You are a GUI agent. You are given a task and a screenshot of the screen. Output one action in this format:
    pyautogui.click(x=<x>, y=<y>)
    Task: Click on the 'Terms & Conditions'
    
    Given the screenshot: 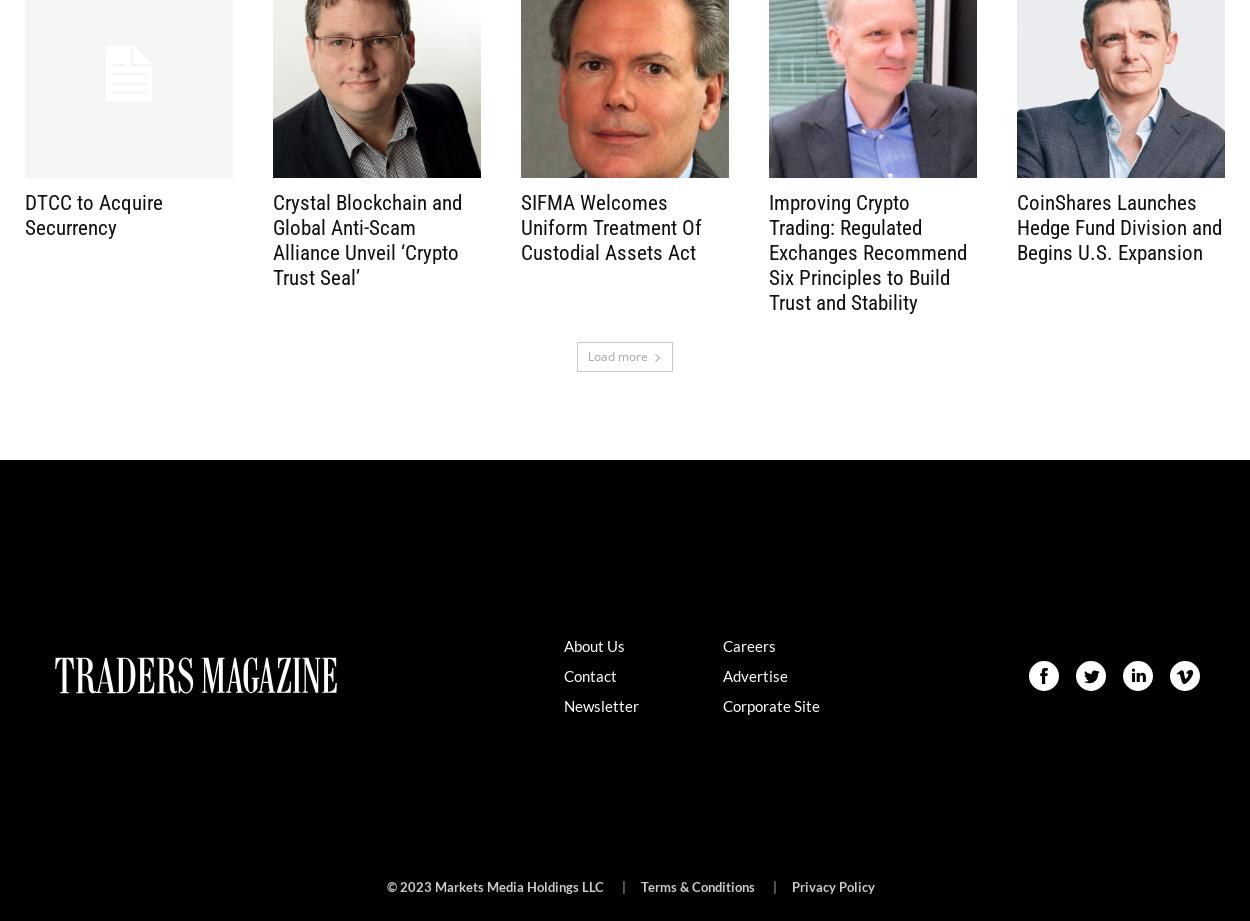 What is the action you would take?
    pyautogui.click(x=697, y=885)
    